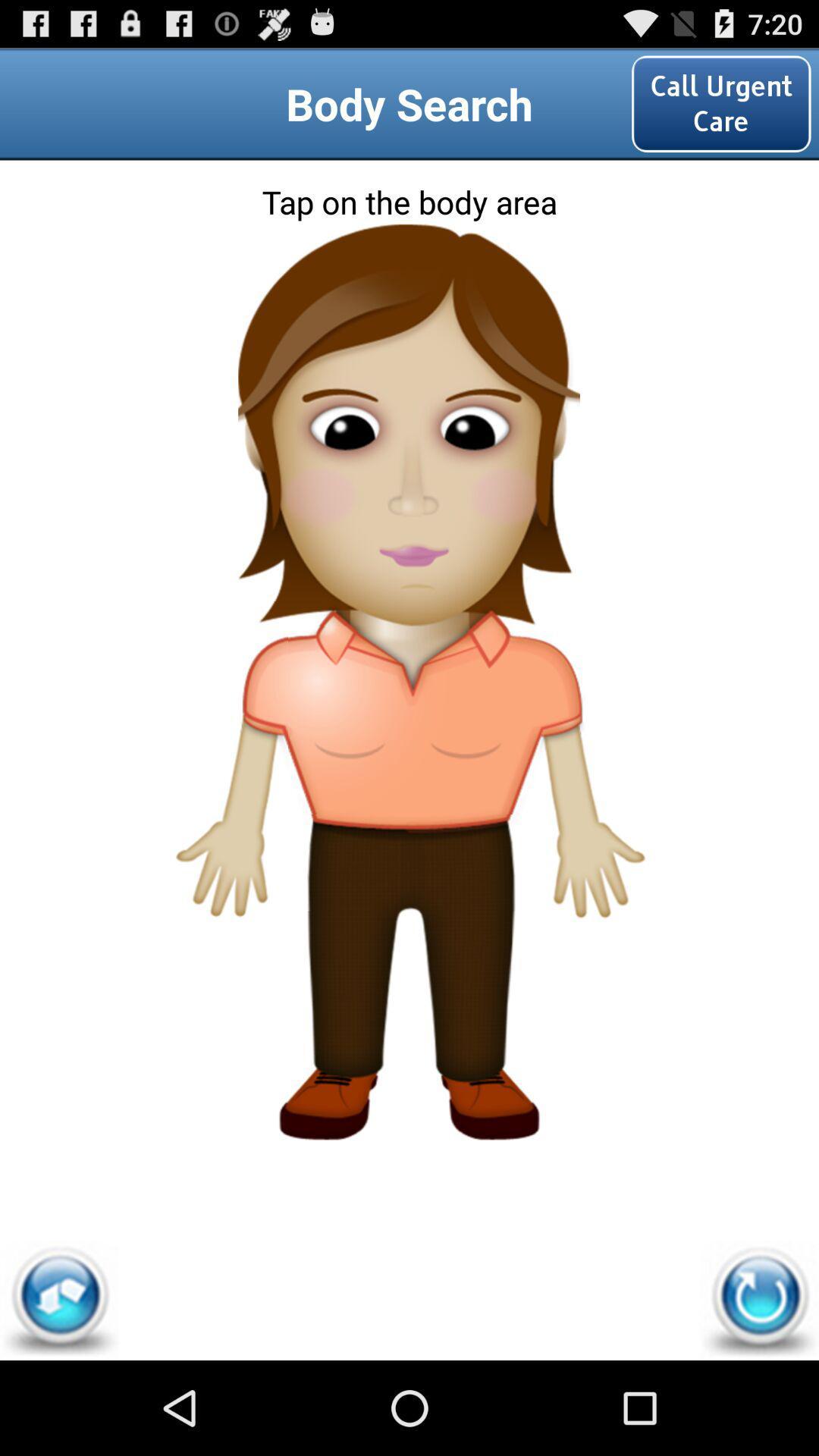 Image resolution: width=819 pixels, height=1456 pixels. What do you see at coordinates (759, 1392) in the screenshot?
I see `the refresh icon` at bounding box center [759, 1392].